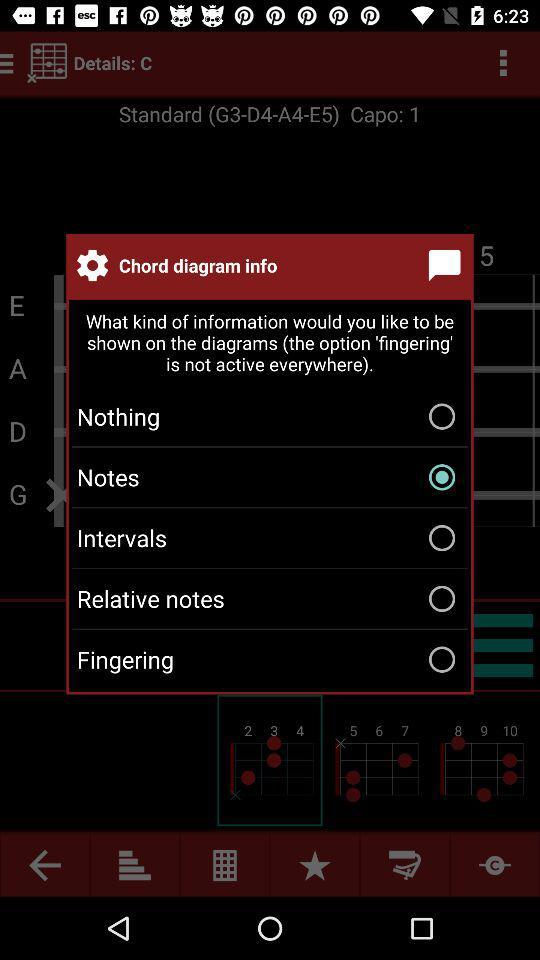  Describe the element at coordinates (270, 537) in the screenshot. I see `item below the notes icon` at that location.